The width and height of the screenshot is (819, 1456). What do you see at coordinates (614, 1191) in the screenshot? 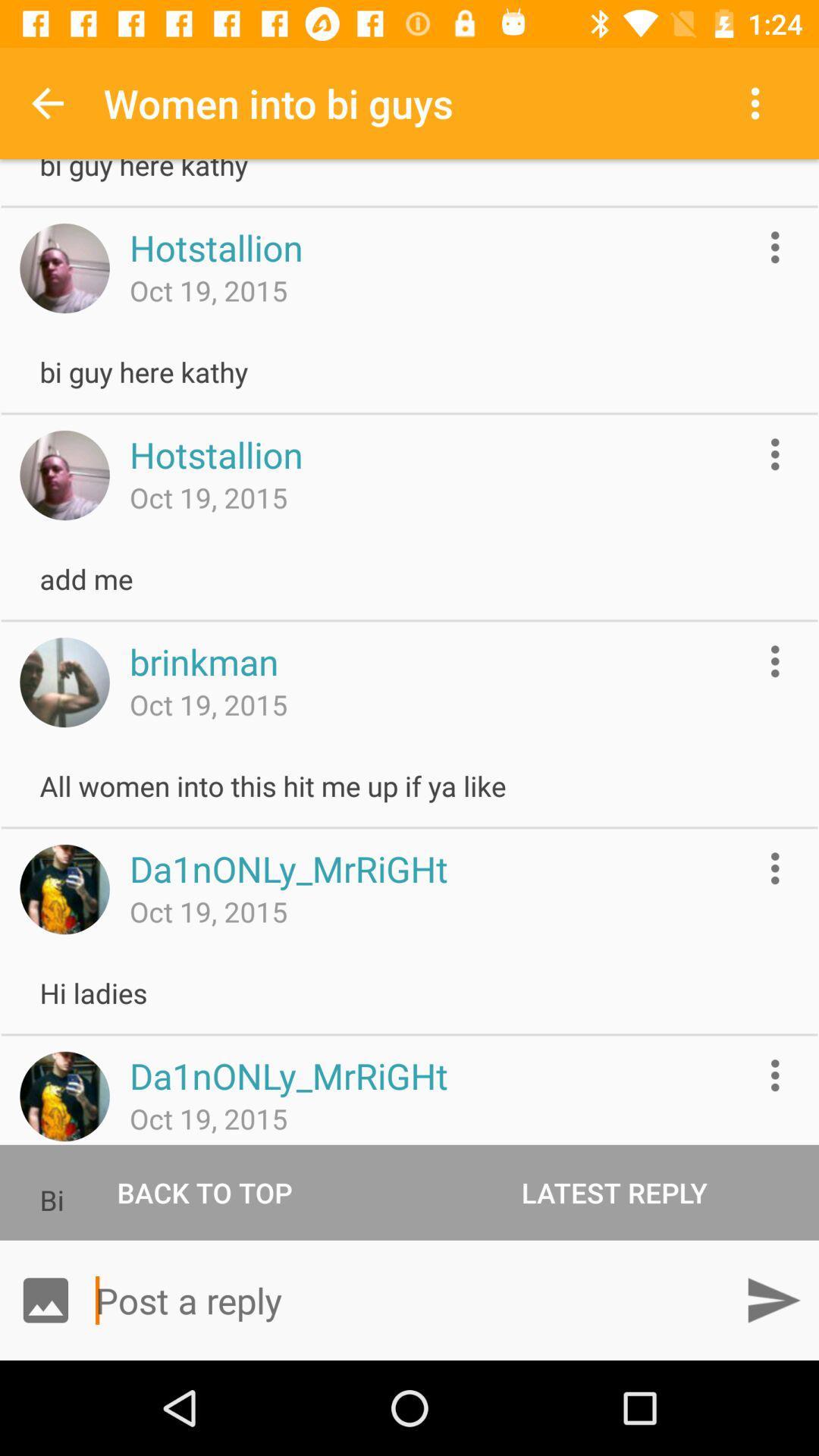
I see `the icon below the da1nonly_mrright icon` at bounding box center [614, 1191].